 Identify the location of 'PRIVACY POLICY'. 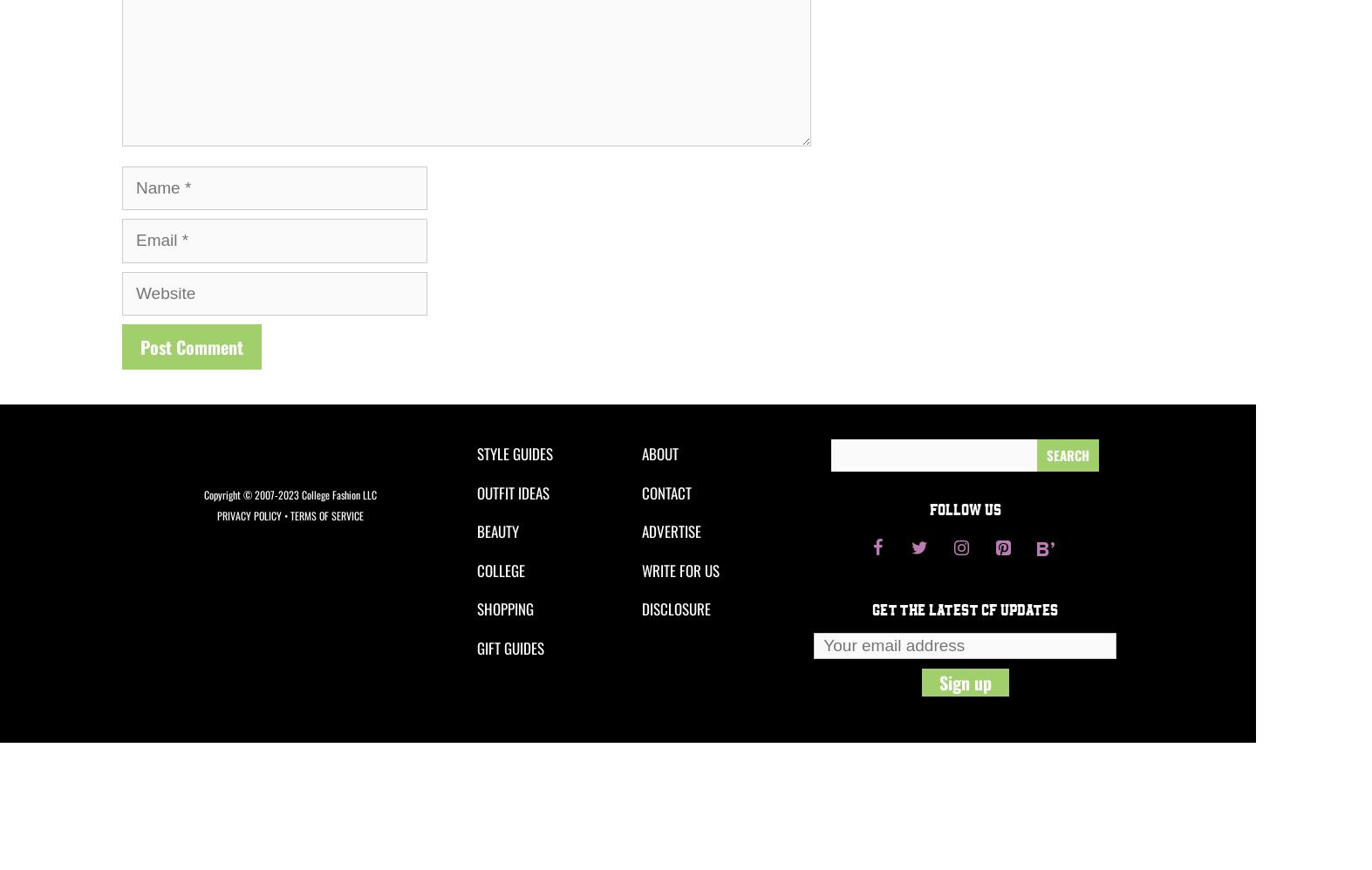
(249, 513).